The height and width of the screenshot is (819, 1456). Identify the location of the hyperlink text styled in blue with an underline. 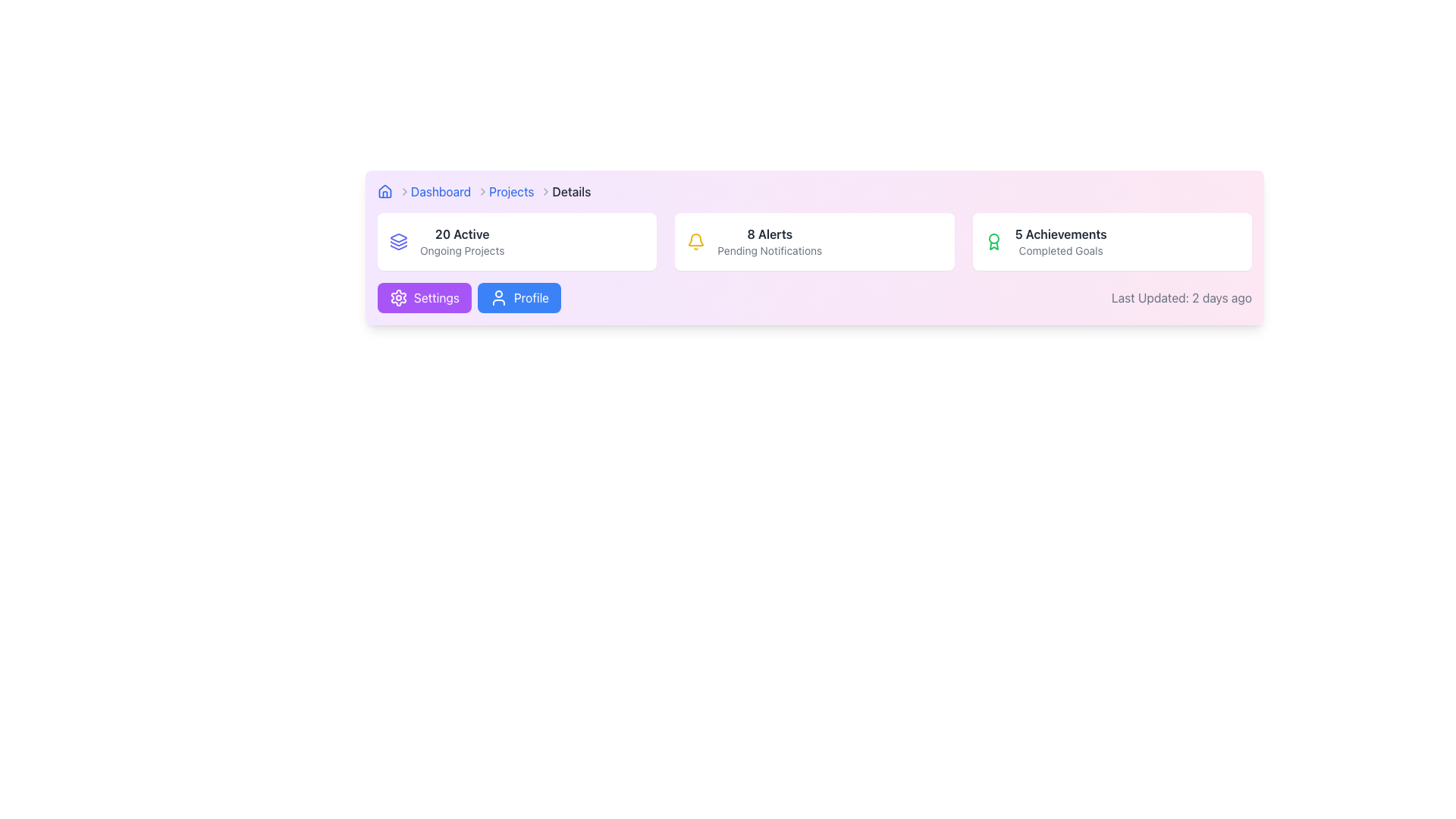
(440, 191).